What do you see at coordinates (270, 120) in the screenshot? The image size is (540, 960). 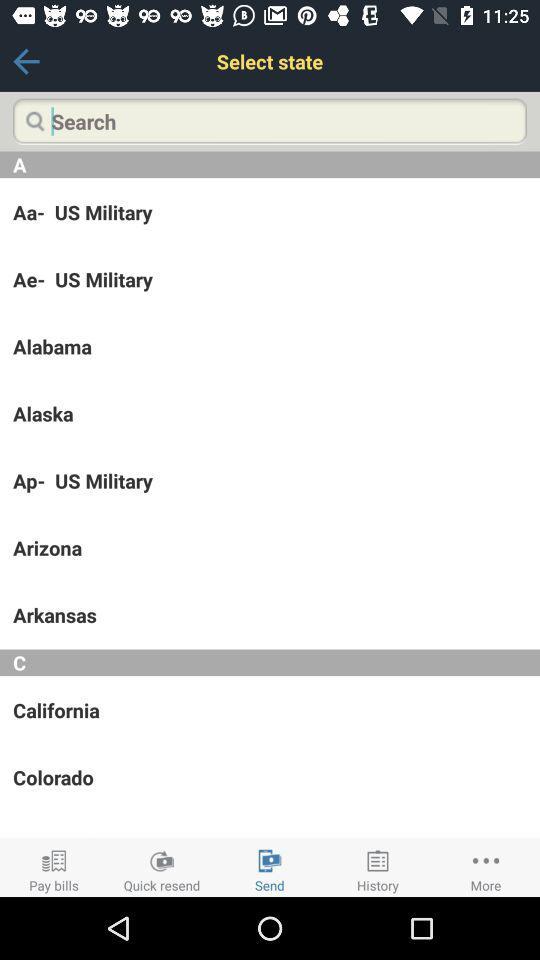 I see `search bar` at bounding box center [270, 120].